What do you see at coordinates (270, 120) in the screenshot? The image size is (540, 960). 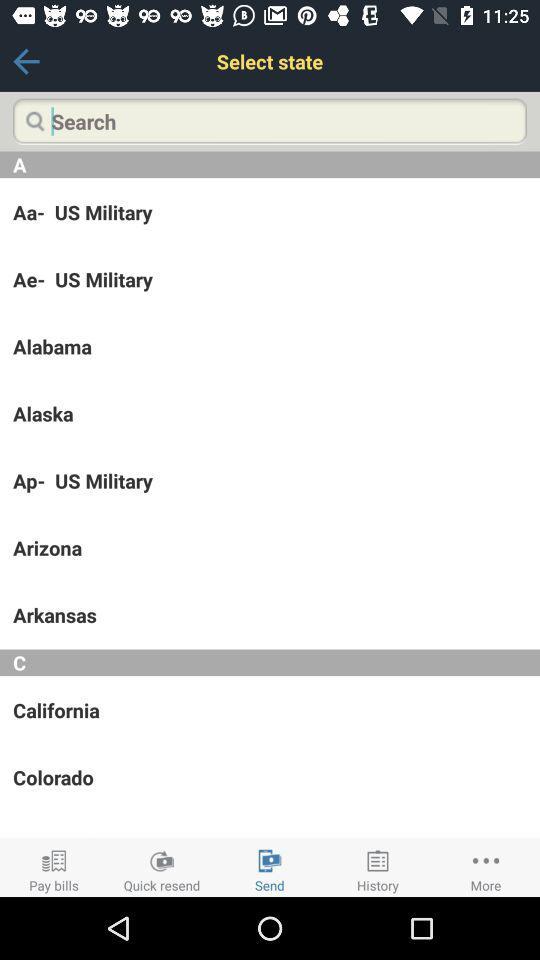 I see `search bar` at bounding box center [270, 120].